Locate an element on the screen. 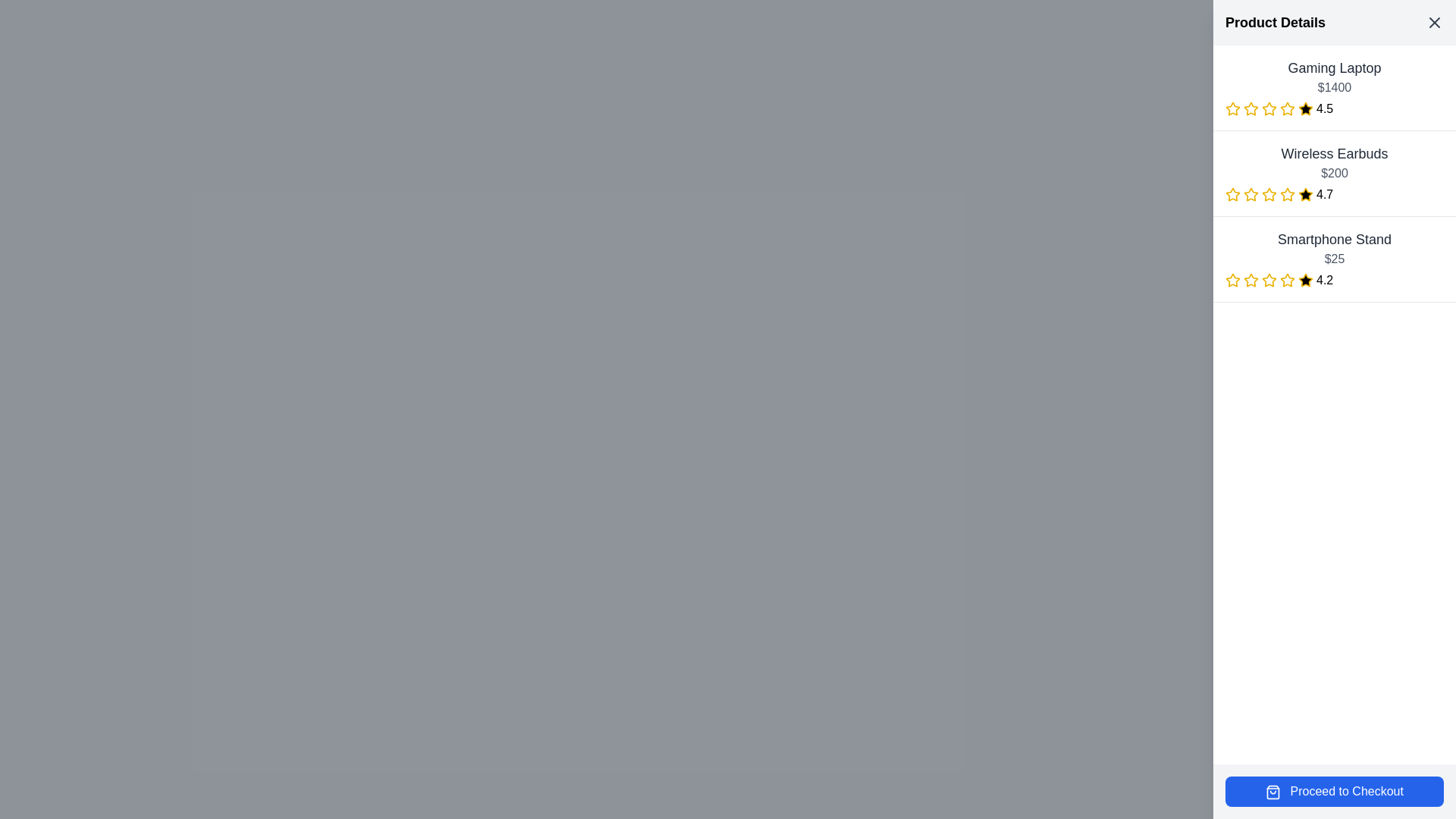  the second yellow outlined star icon representing the rating for 'Wireless Earbuds' is located at coordinates (1233, 193).